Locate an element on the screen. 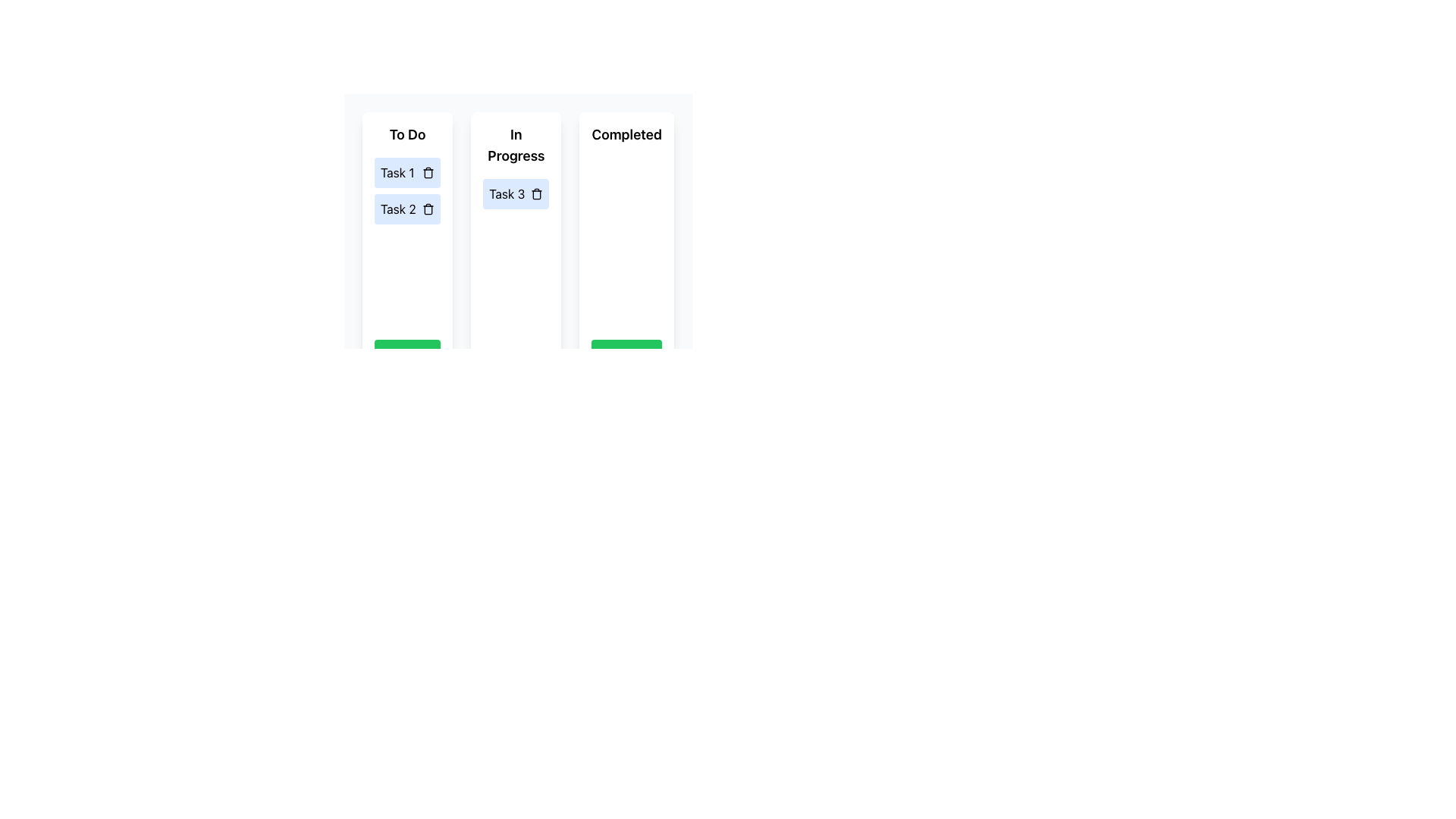 This screenshot has width=1456, height=819. the delete icon (trashcan) located at the right end of the 'Task 2' entry row in the 'To Do' column is located at coordinates (428, 209).